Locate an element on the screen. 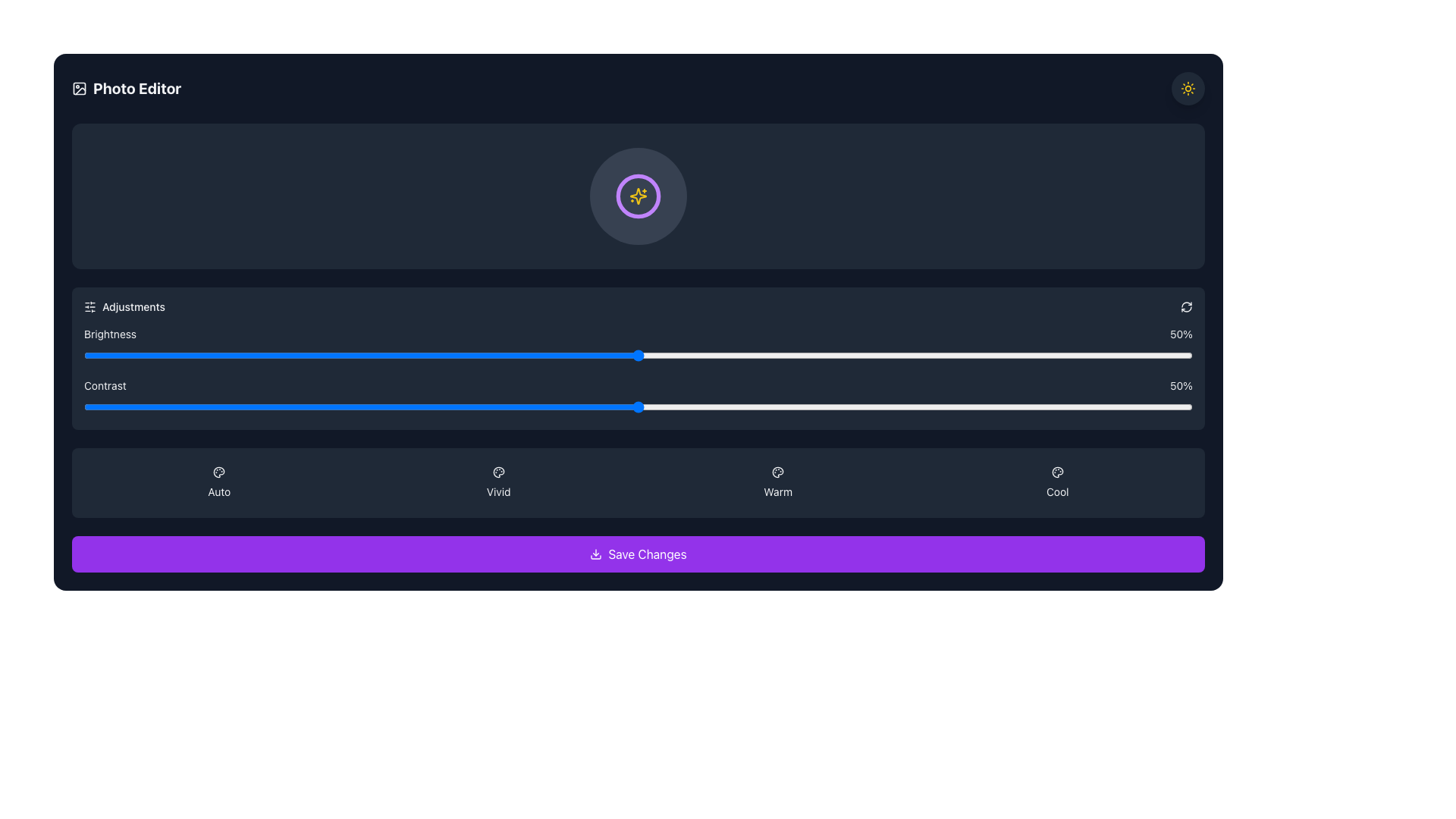 The height and width of the screenshot is (819, 1456). contrast is located at coordinates (216, 406).